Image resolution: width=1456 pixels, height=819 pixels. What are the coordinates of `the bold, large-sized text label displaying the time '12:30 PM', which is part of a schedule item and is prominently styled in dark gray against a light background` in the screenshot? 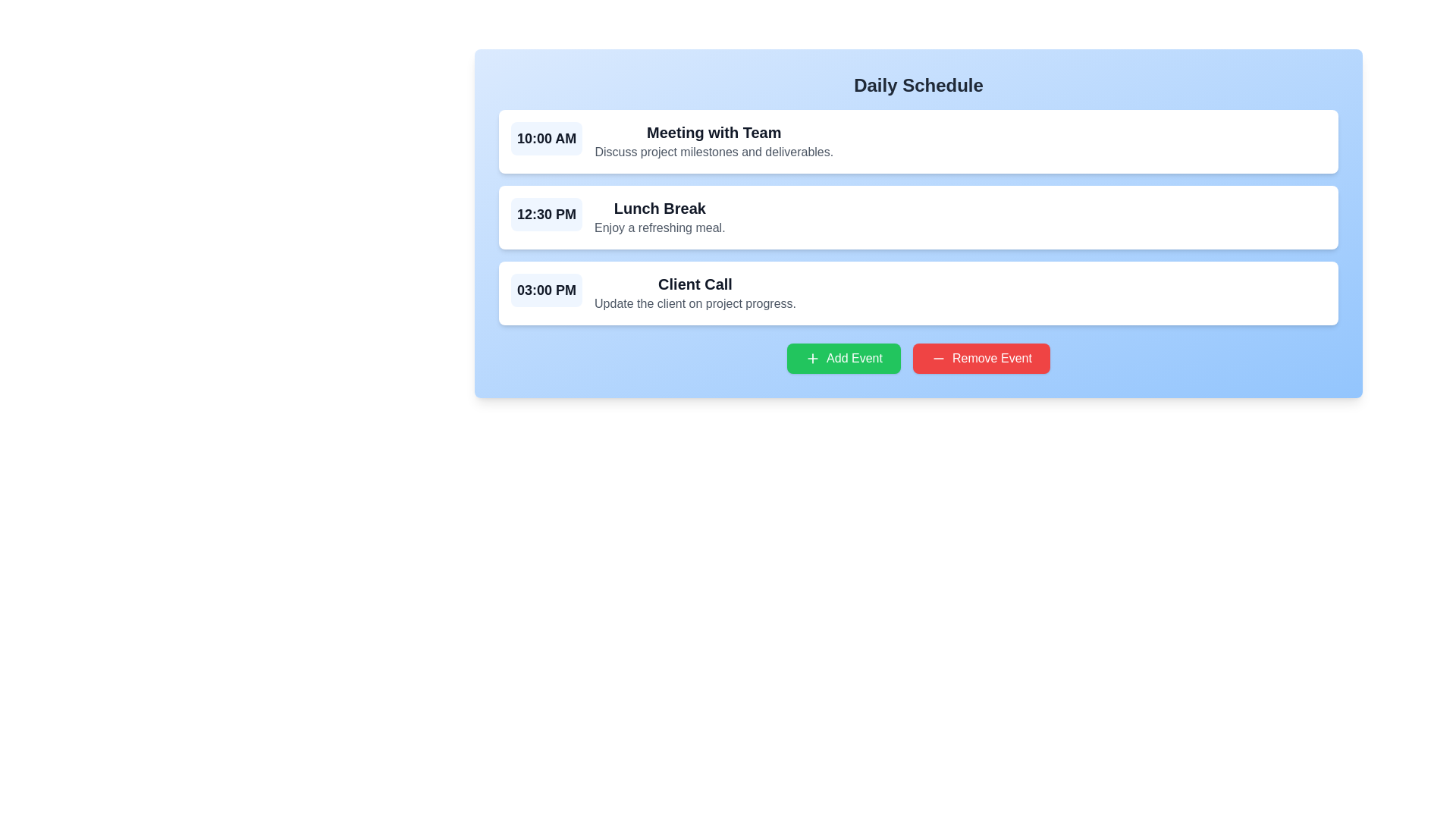 It's located at (546, 214).